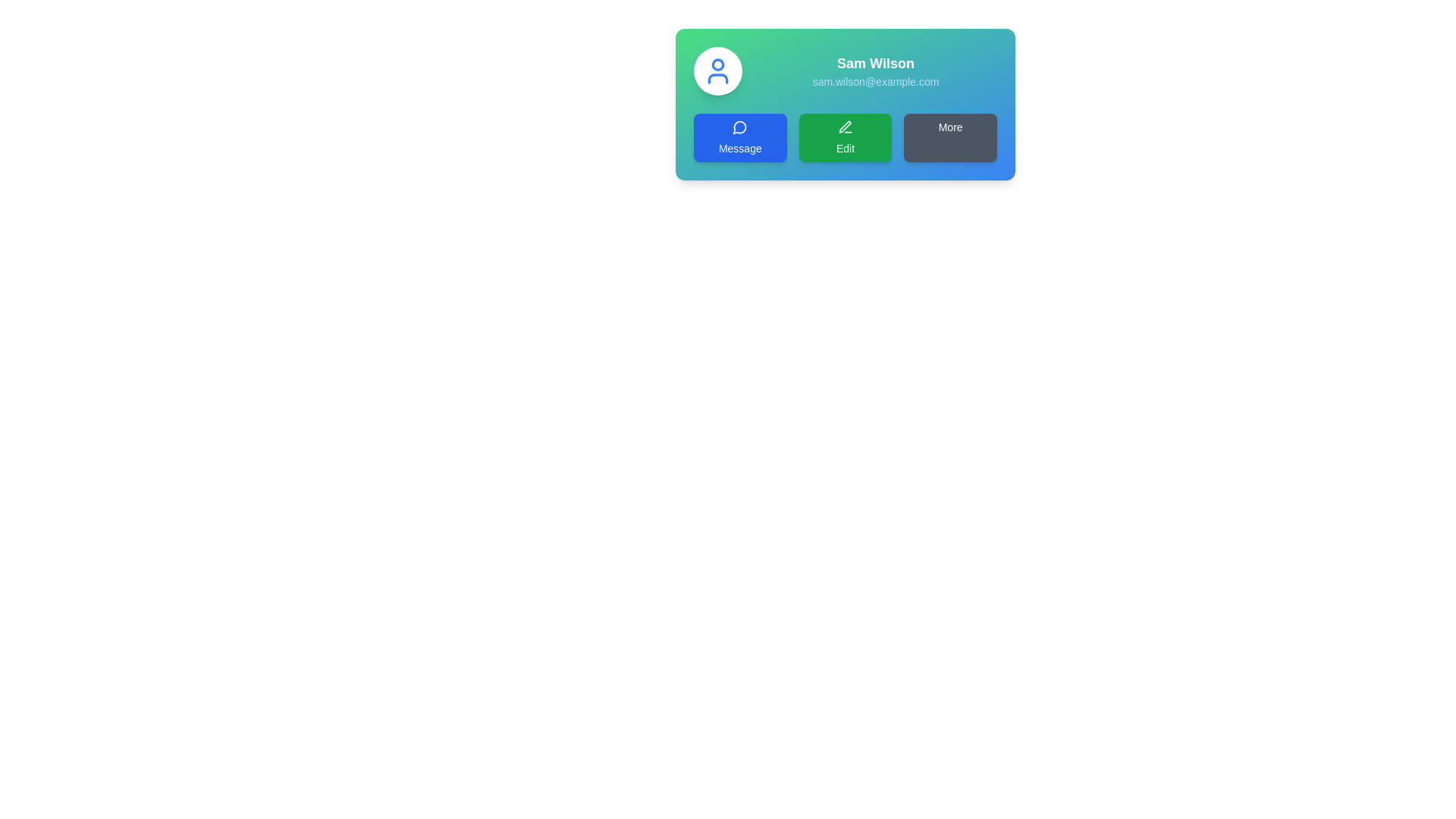 This screenshot has height=819, width=1456. I want to click on the circular messaging icon represented as an outlined speech bubble, located within the 'Message' button on the leftmost side of the button row, so click(740, 127).